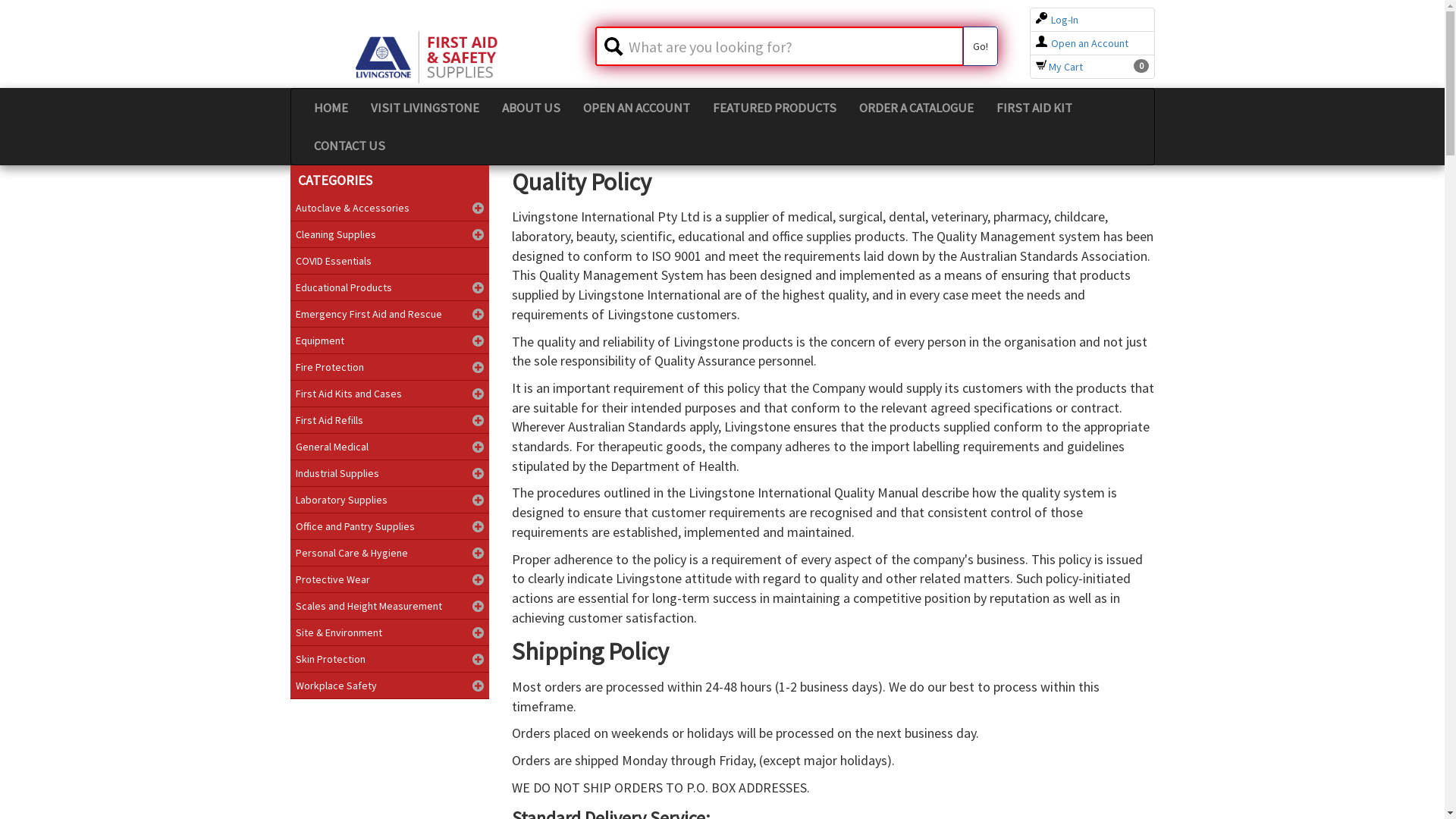  I want to click on 'COVID Essentials', so click(389, 259).